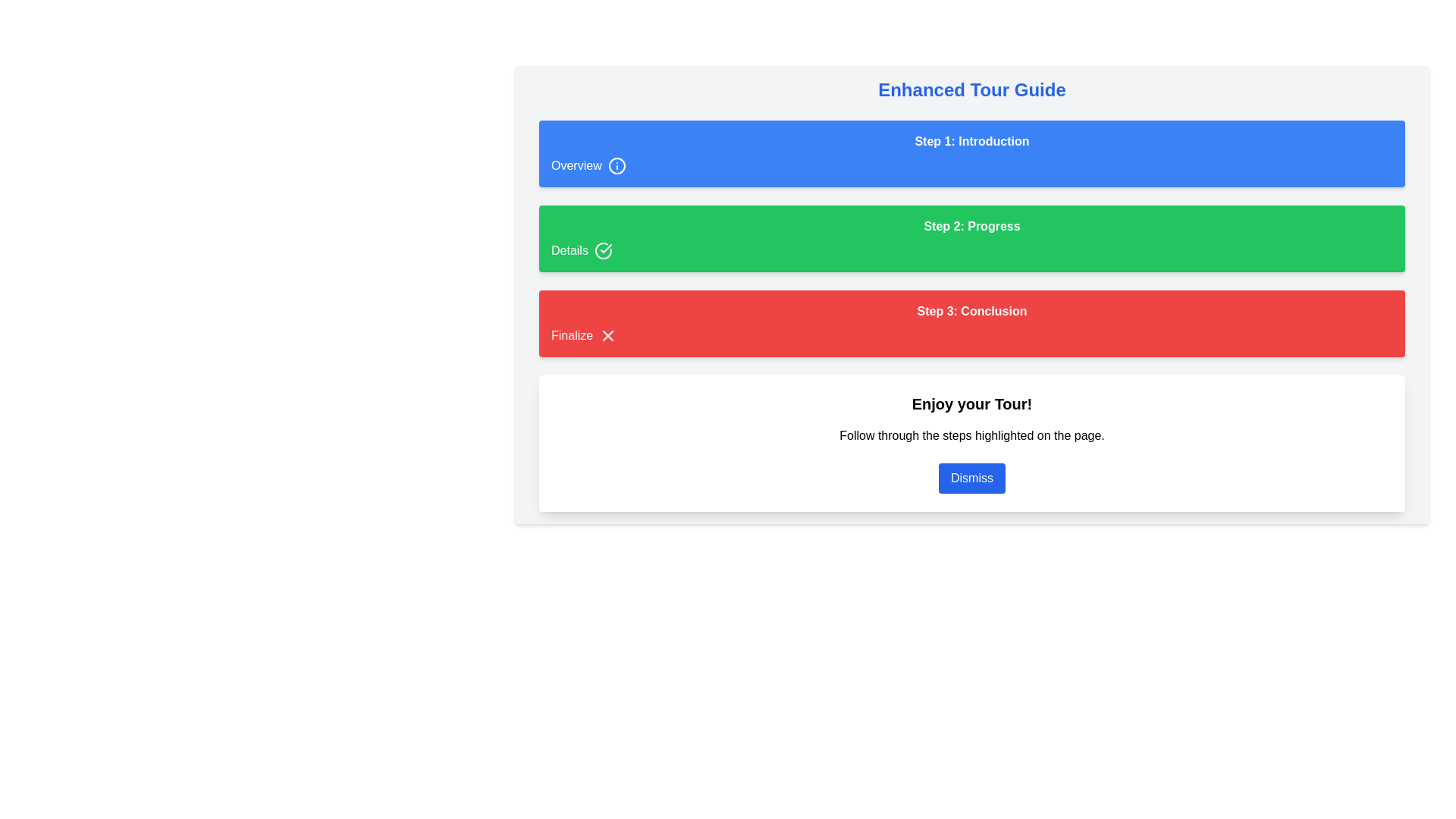 Image resolution: width=1456 pixels, height=819 pixels. What do you see at coordinates (971, 479) in the screenshot?
I see `the dismiss button located at the bottom center of the modal that contains the title 'Enjoy your Tour!' and the description 'Follow through the steps highlighted on the page.'` at bounding box center [971, 479].